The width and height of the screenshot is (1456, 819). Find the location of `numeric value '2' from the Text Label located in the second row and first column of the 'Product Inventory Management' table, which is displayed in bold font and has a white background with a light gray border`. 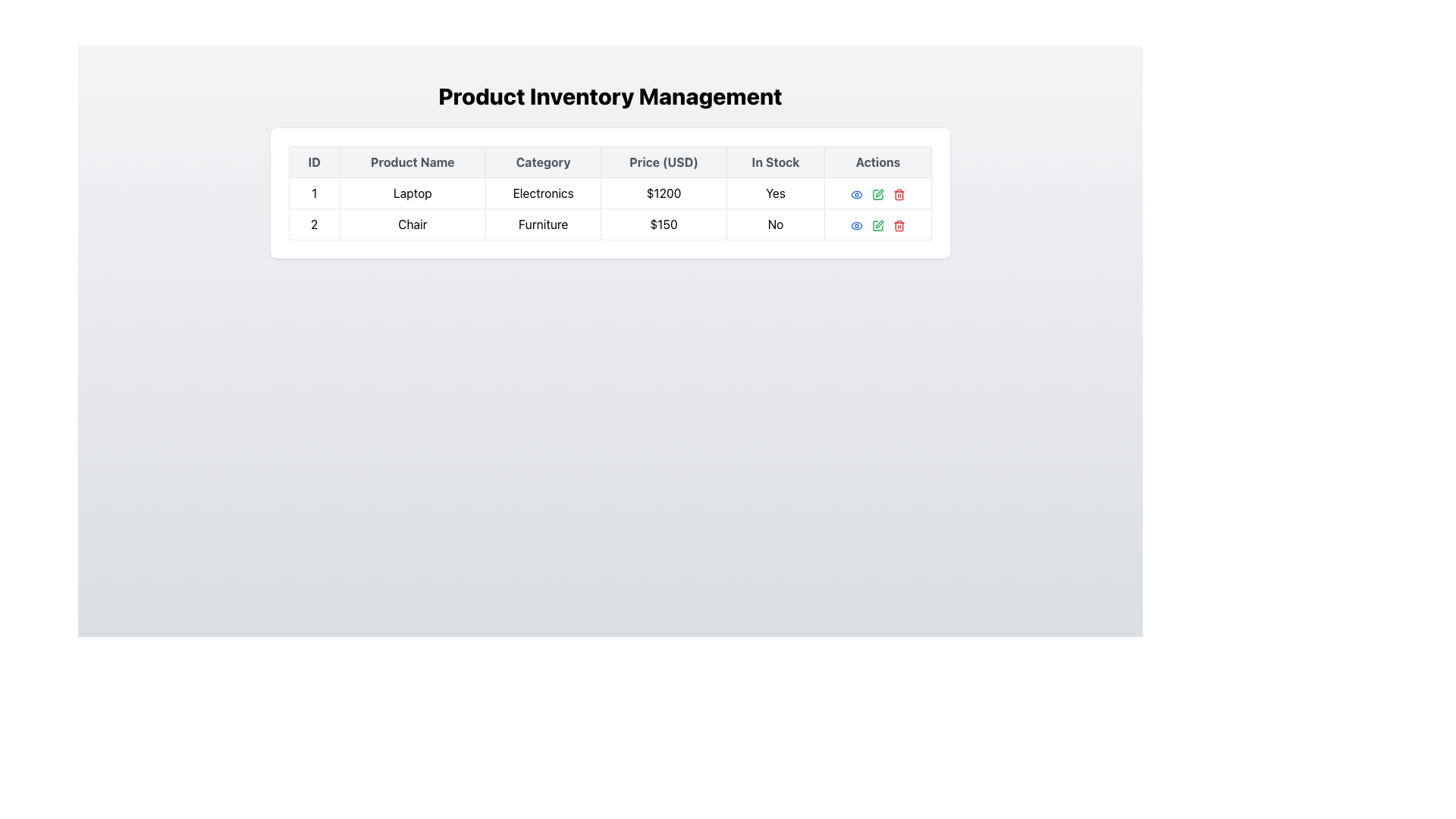

numeric value '2' from the Text Label located in the second row and first column of the 'Product Inventory Management' table, which is displayed in bold font and has a white background with a light gray border is located at coordinates (313, 224).